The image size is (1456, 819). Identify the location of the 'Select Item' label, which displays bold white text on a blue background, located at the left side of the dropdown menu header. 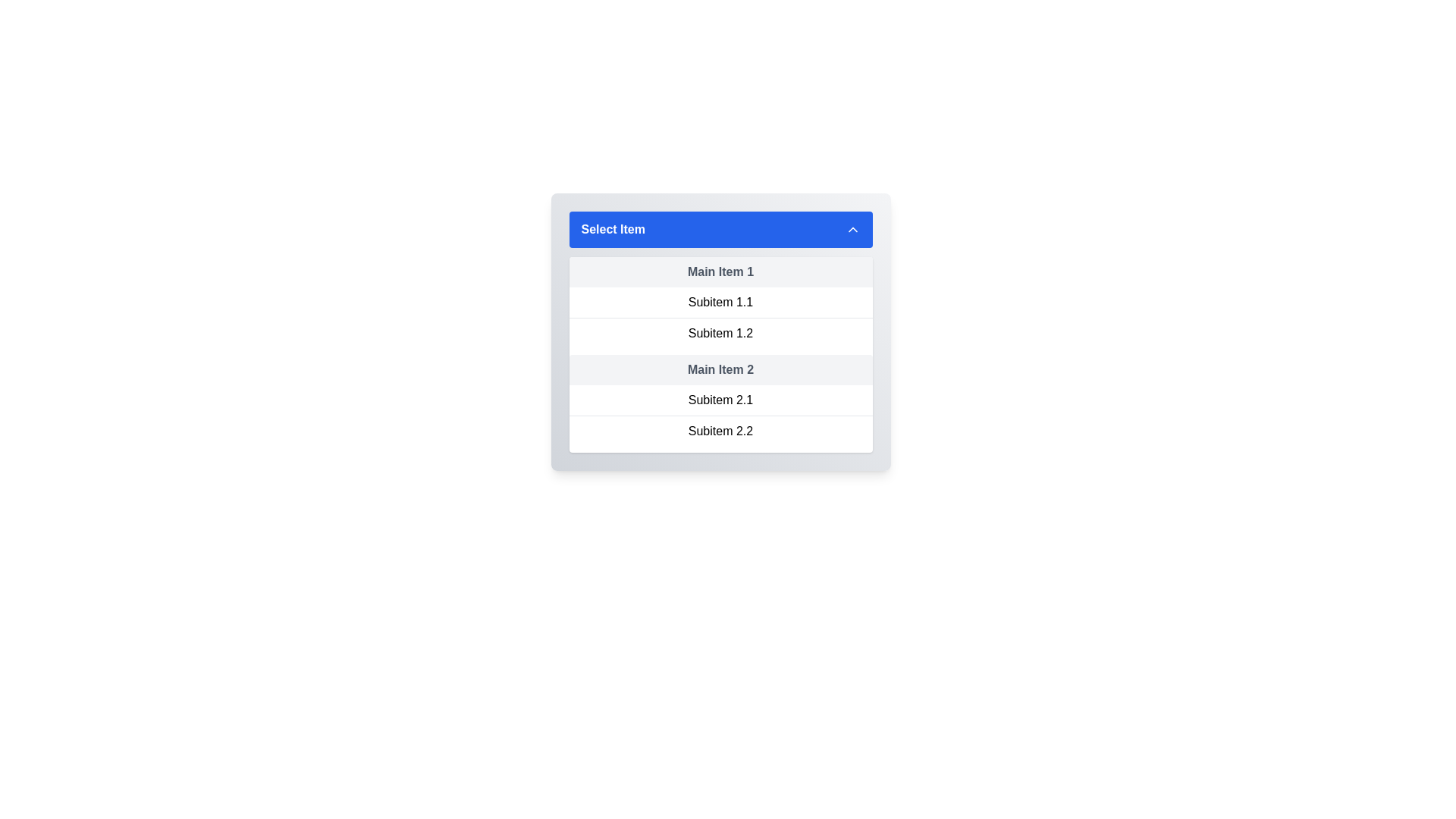
(613, 230).